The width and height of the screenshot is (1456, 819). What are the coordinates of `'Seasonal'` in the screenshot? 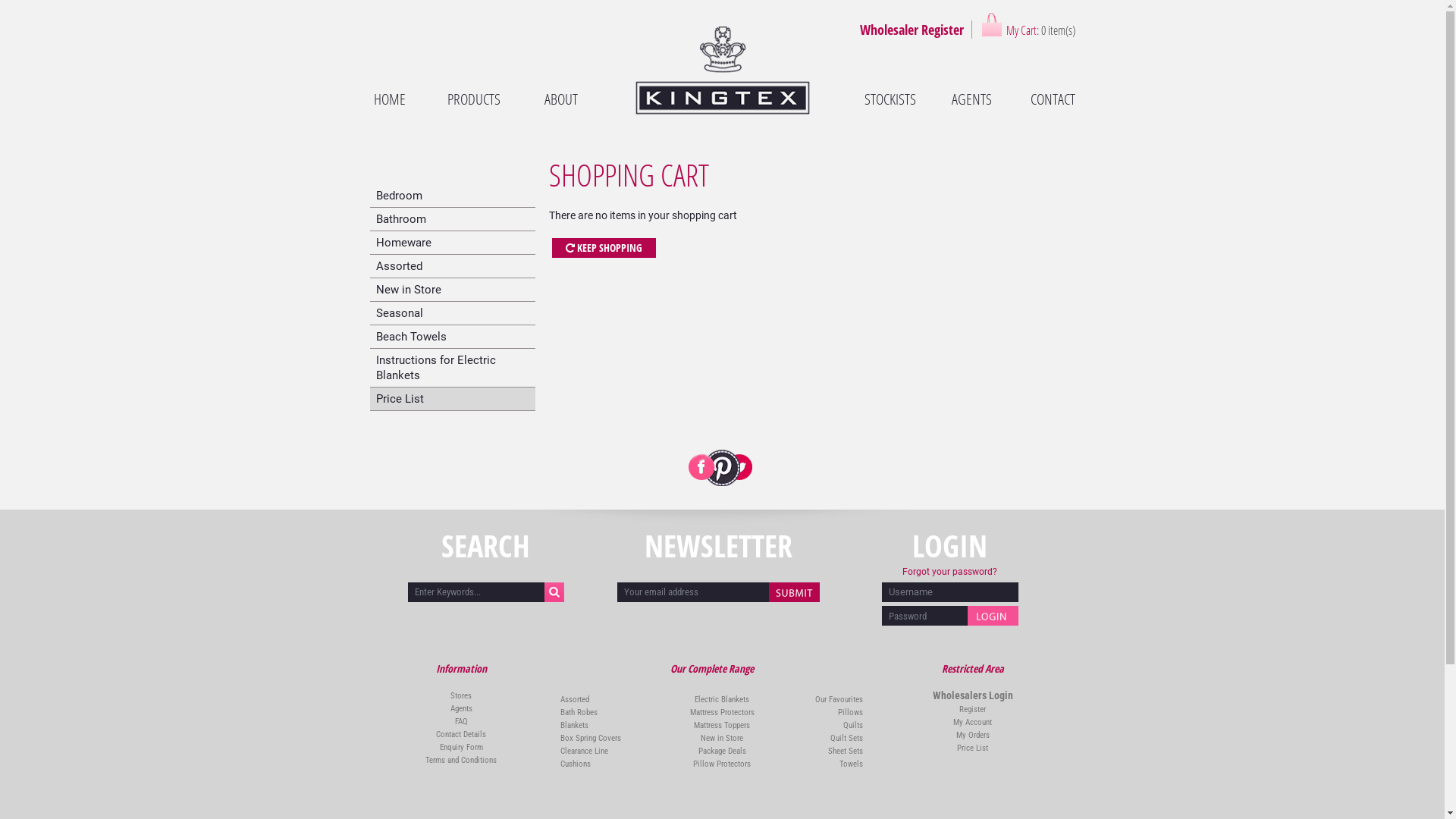 It's located at (451, 312).